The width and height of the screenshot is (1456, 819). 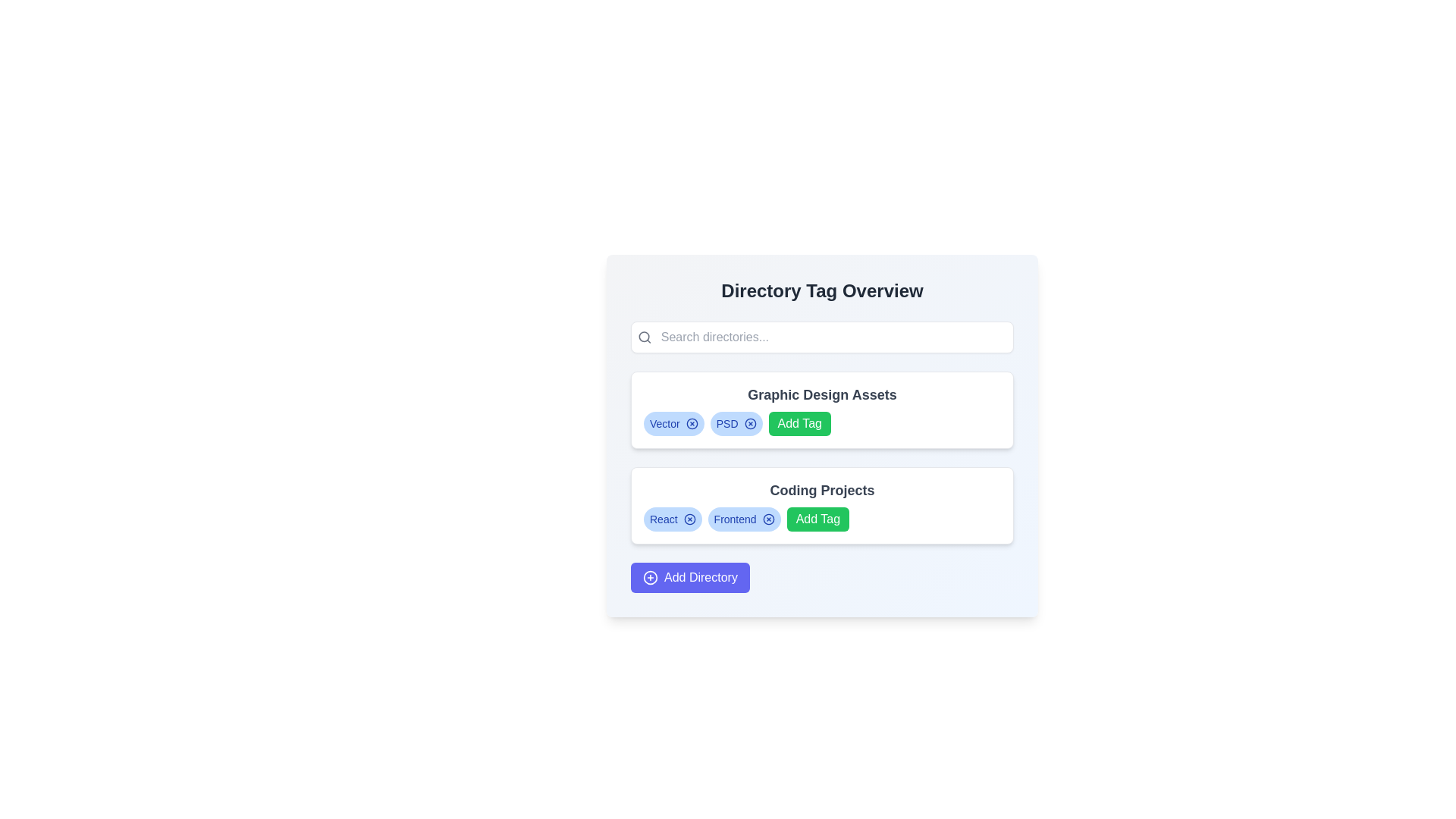 I want to click on the button located under the 'Graphic Design Assets' heading in the 'Directory Tag Overview' section, so click(x=821, y=435).